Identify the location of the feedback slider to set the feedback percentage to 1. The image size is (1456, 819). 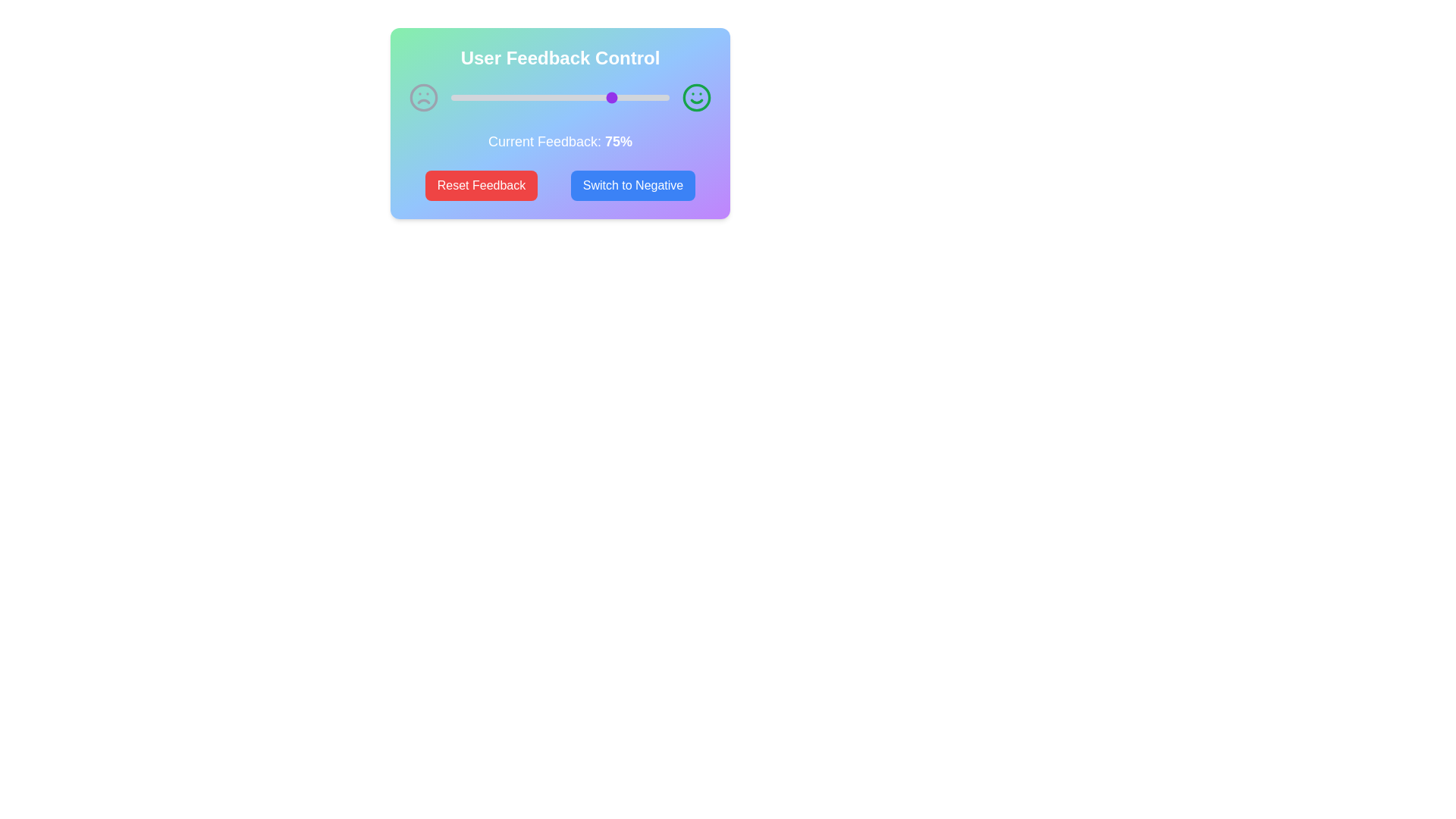
(452, 97).